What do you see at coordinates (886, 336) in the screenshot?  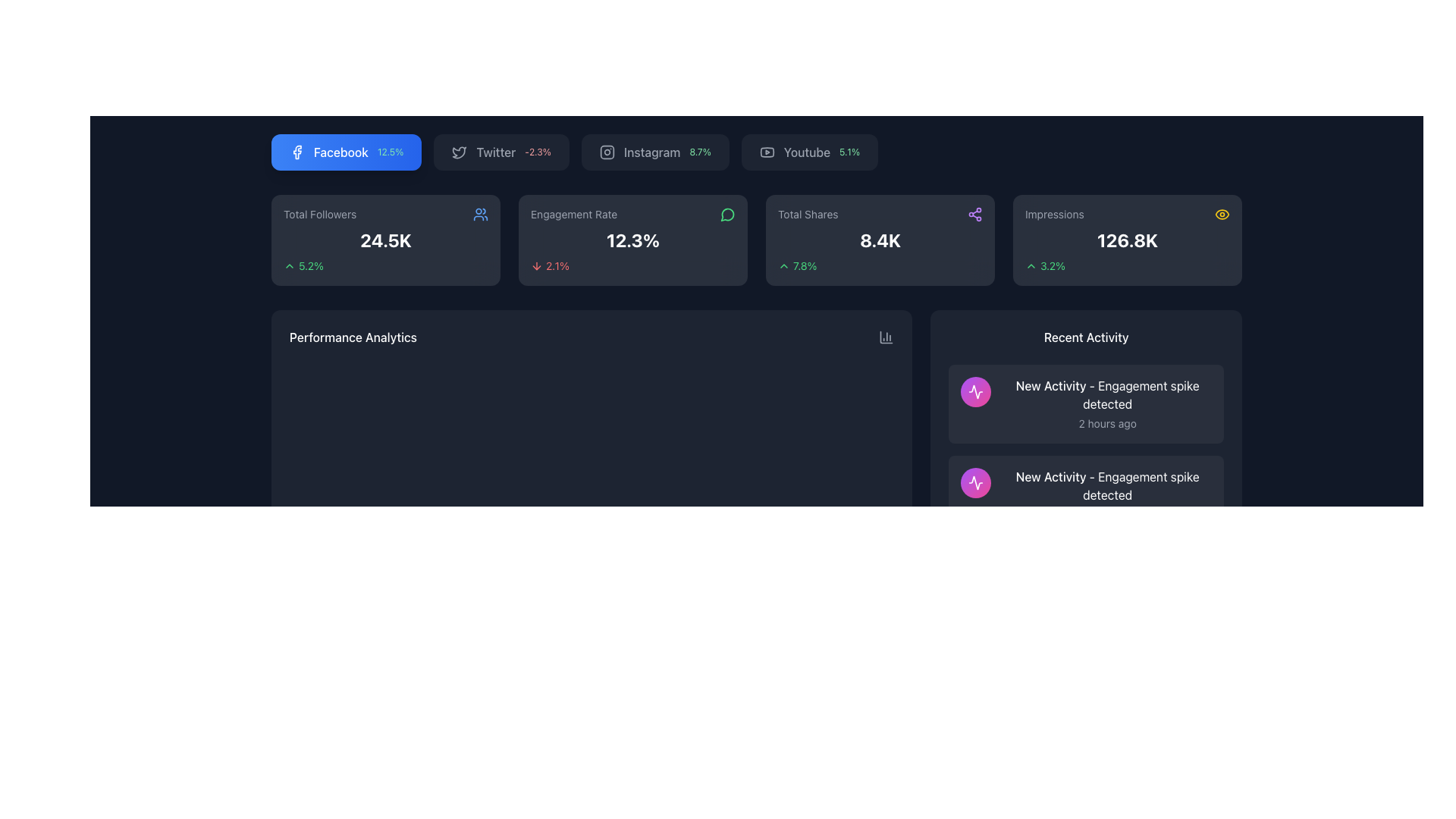 I see `the SVG-based icon located in the top-right section of the dark-themed dashboard interface under 'Performance Analytics'` at bounding box center [886, 336].